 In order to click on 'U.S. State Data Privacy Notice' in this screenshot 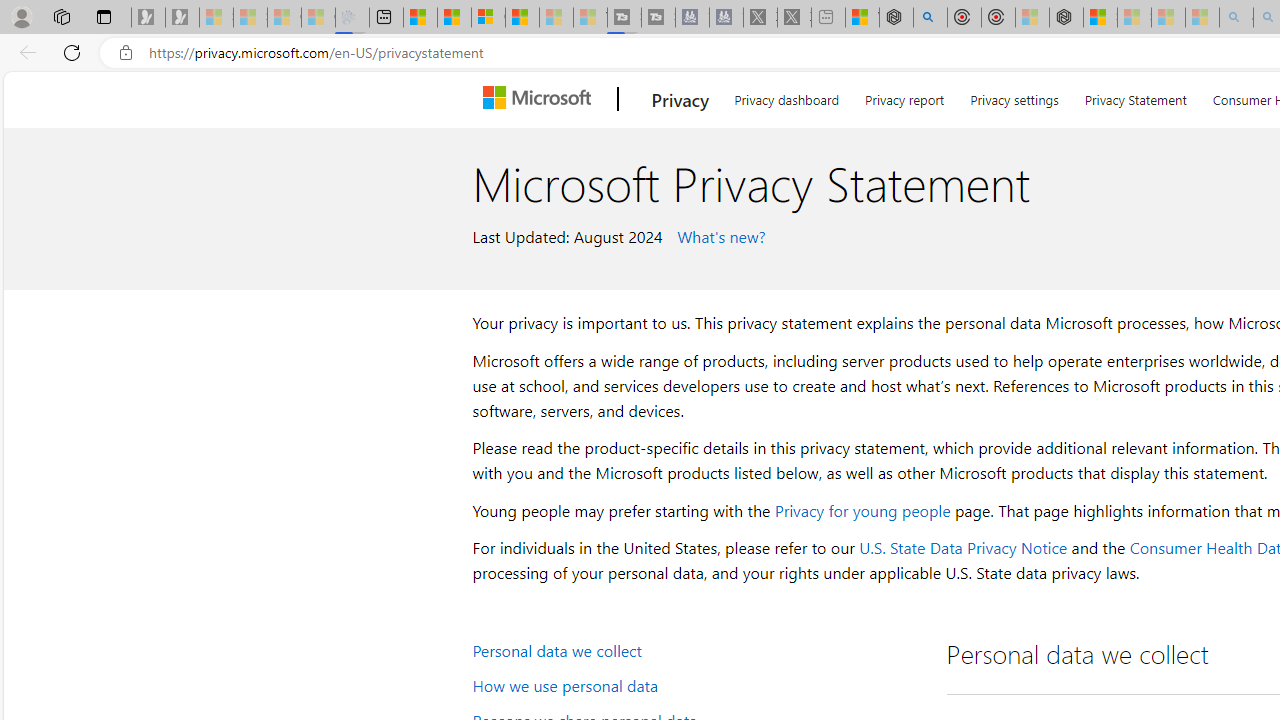, I will do `click(963, 547)`.